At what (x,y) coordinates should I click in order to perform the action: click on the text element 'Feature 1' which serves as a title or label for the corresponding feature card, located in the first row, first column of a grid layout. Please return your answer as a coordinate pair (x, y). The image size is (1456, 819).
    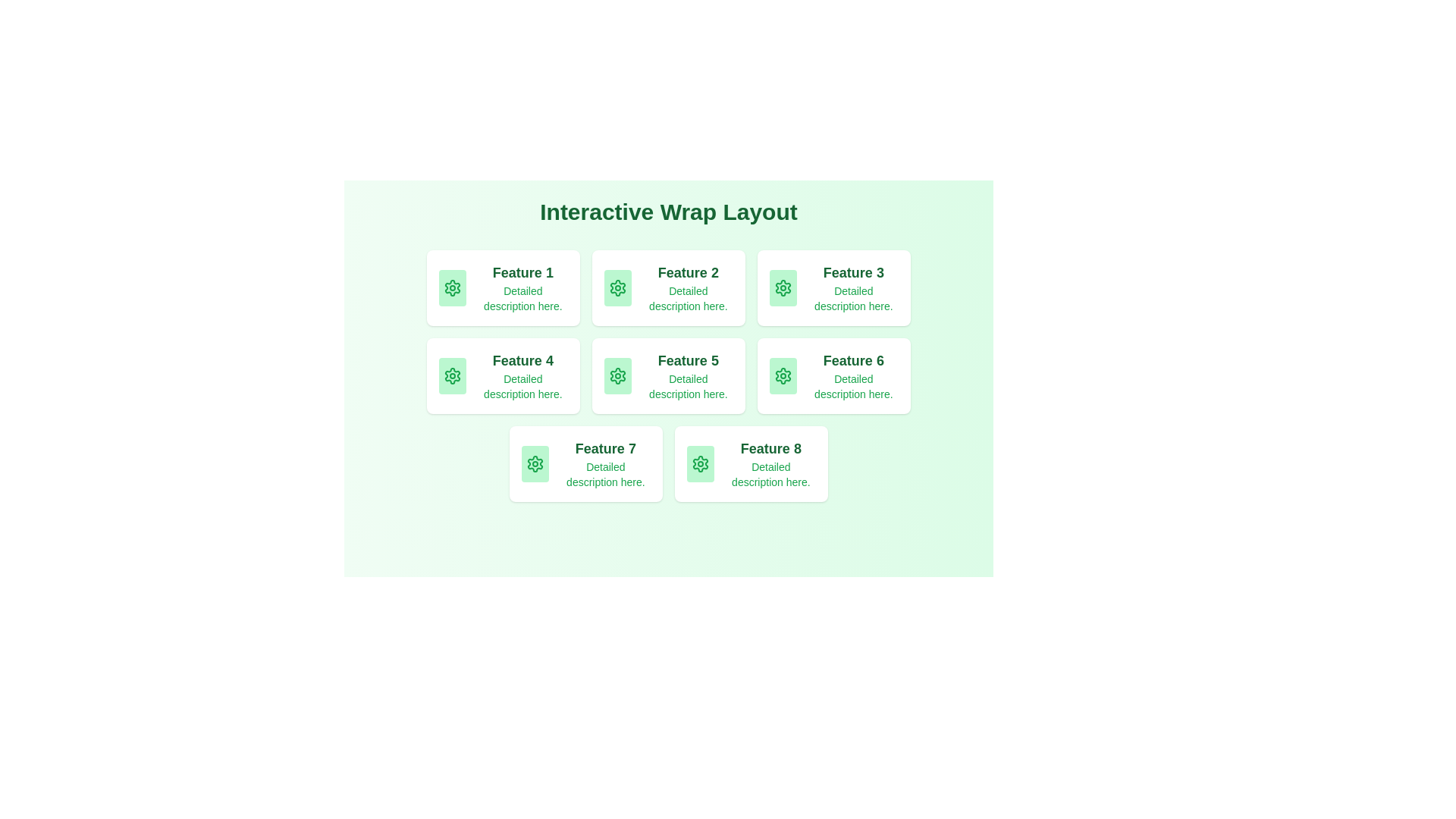
    Looking at the image, I should click on (522, 271).